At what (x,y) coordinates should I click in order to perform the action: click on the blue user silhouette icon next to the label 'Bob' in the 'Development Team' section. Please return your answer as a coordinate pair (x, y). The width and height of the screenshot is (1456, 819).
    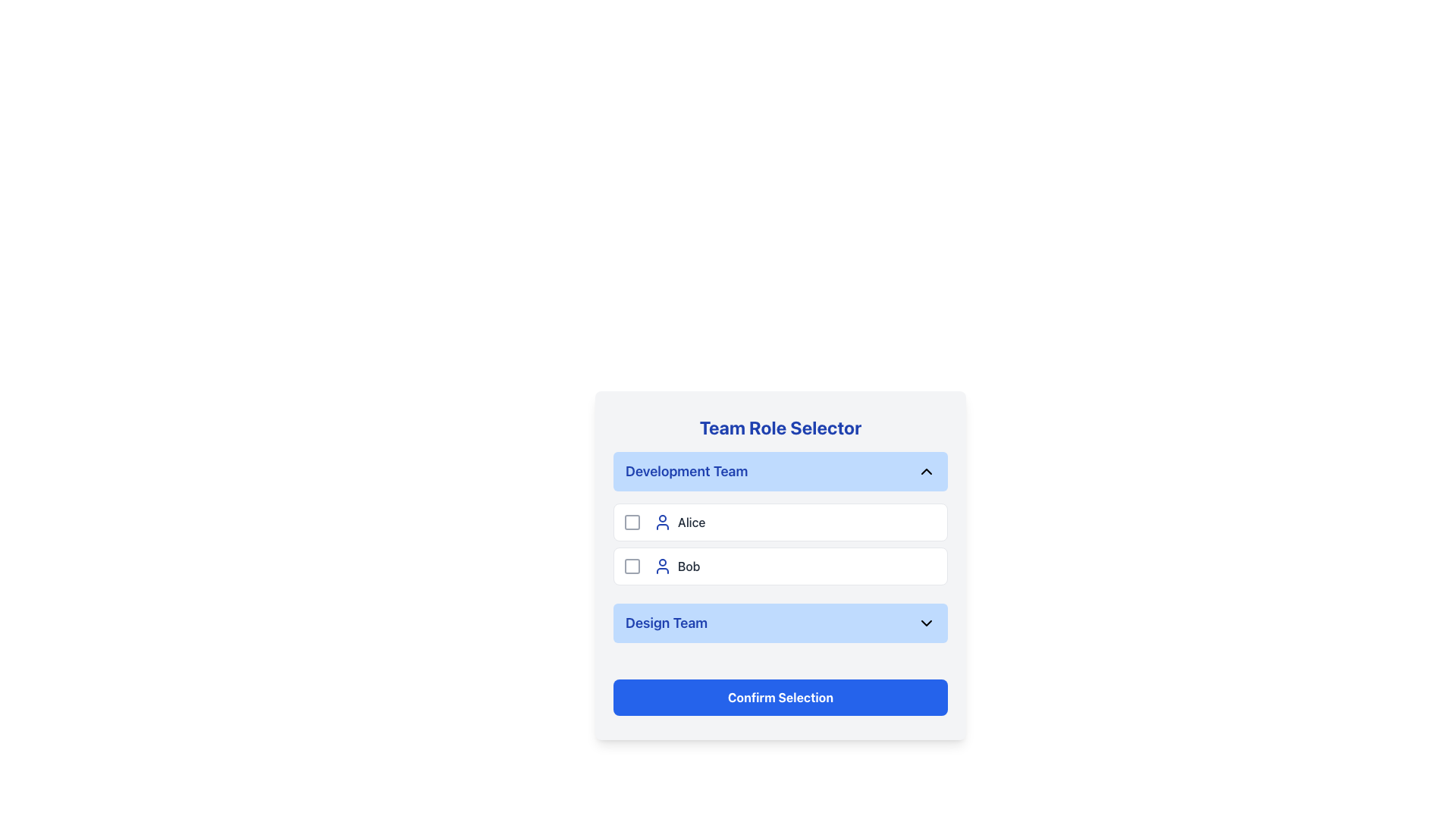
    Looking at the image, I should click on (662, 566).